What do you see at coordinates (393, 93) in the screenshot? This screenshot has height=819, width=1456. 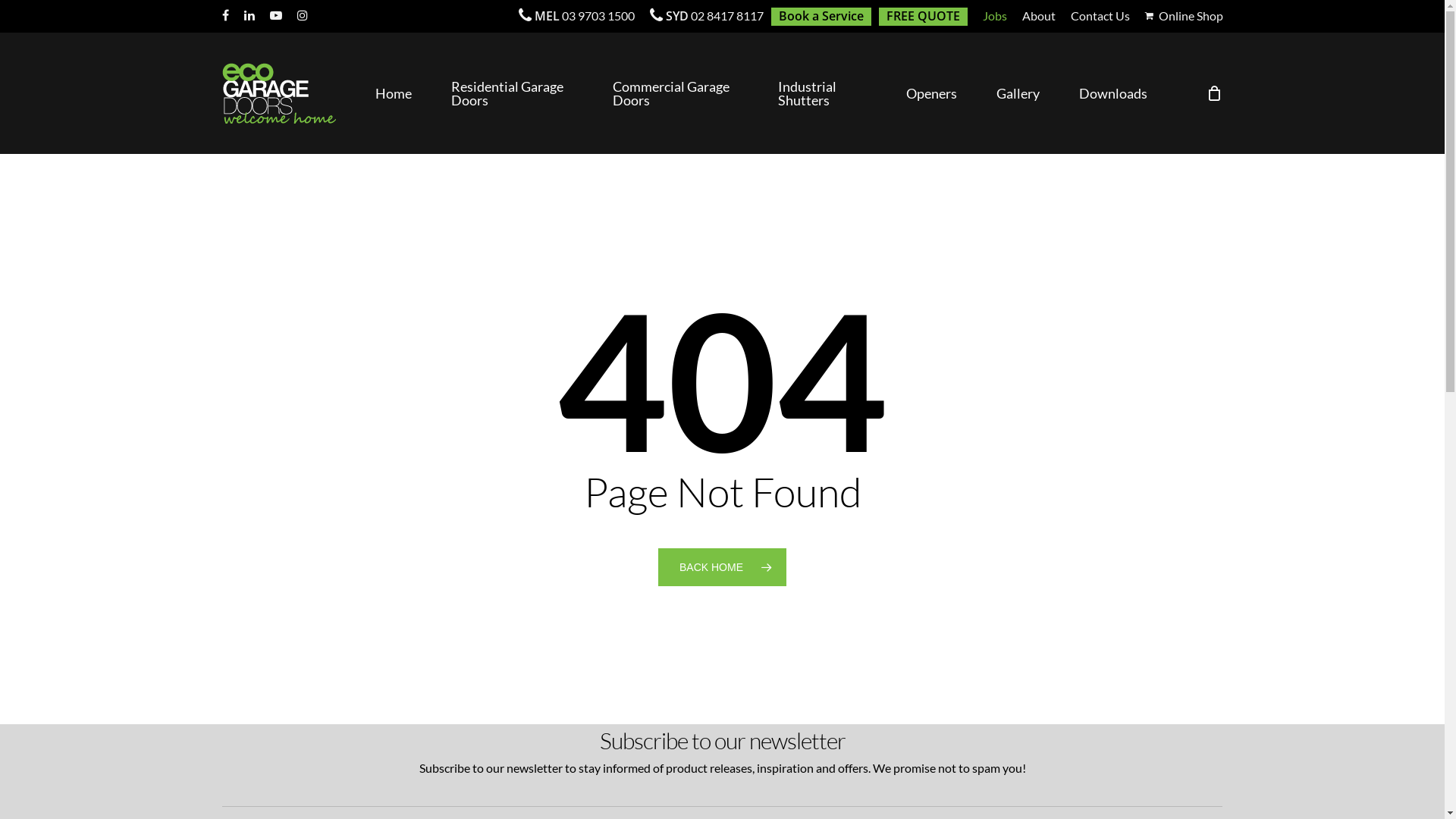 I see `'Home'` at bounding box center [393, 93].